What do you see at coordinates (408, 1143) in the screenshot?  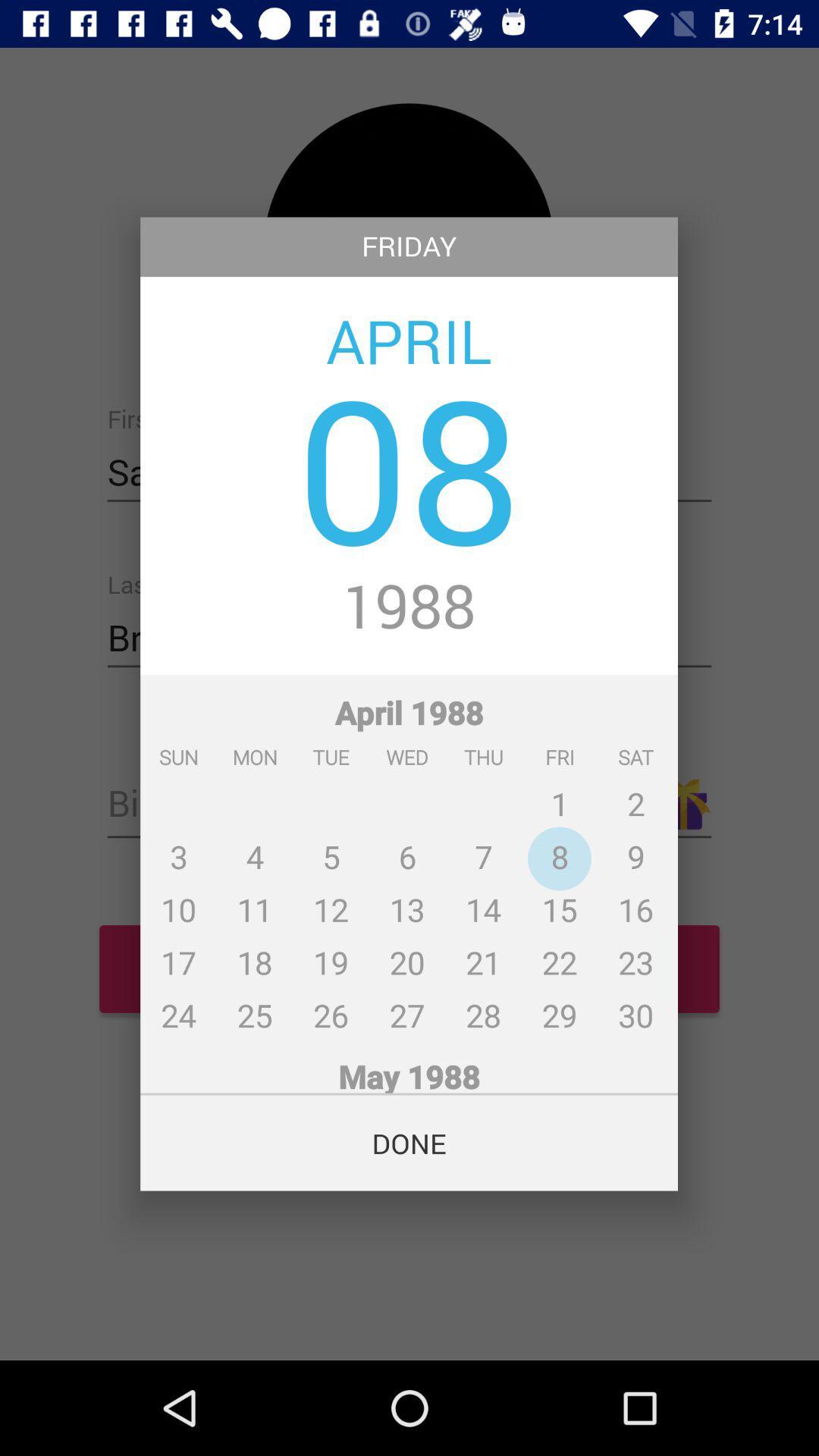 I see `the done` at bounding box center [408, 1143].